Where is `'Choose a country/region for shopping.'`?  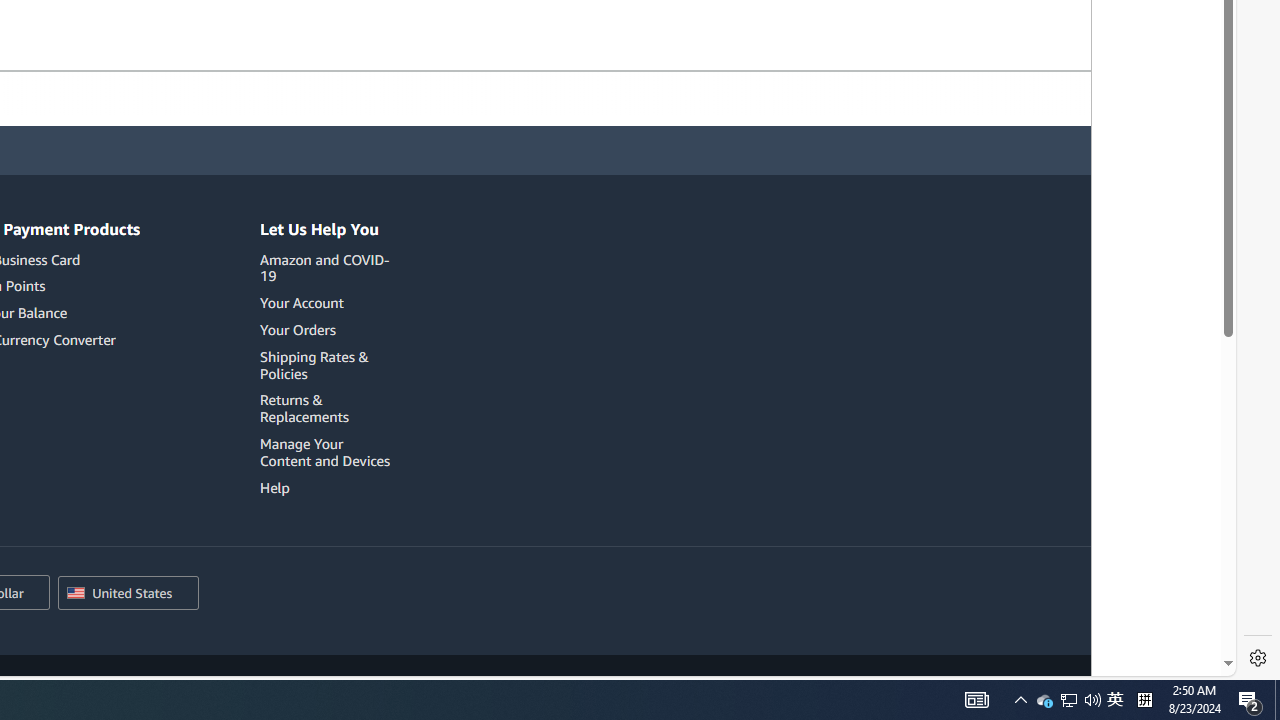 'Choose a country/region for shopping.' is located at coordinates (127, 592).